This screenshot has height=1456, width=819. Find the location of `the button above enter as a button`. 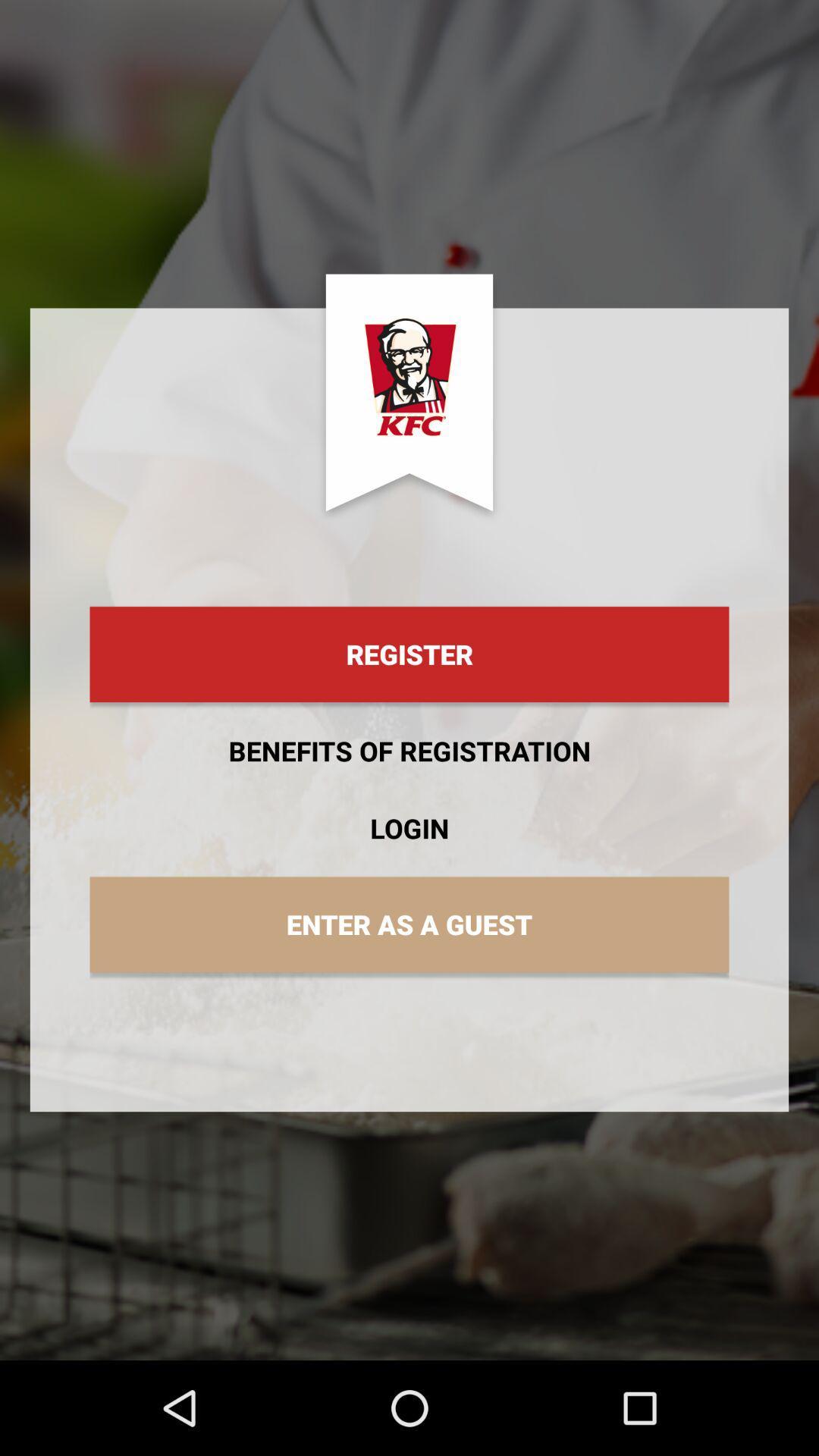

the button above enter as a button is located at coordinates (409, 827).